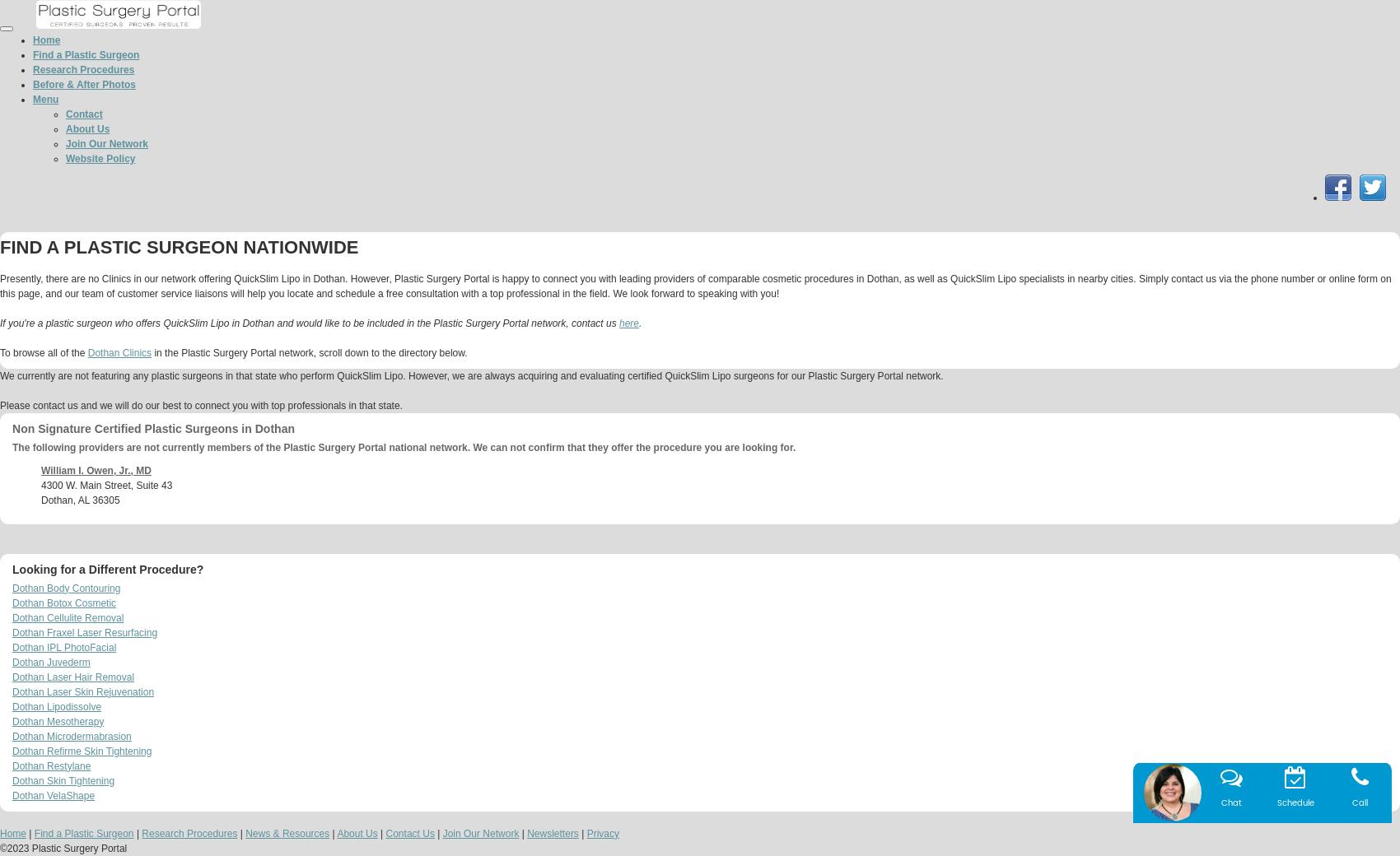  Describe the element at coordinates (639, 322) in the screenshot. I see `'.'` at that location.